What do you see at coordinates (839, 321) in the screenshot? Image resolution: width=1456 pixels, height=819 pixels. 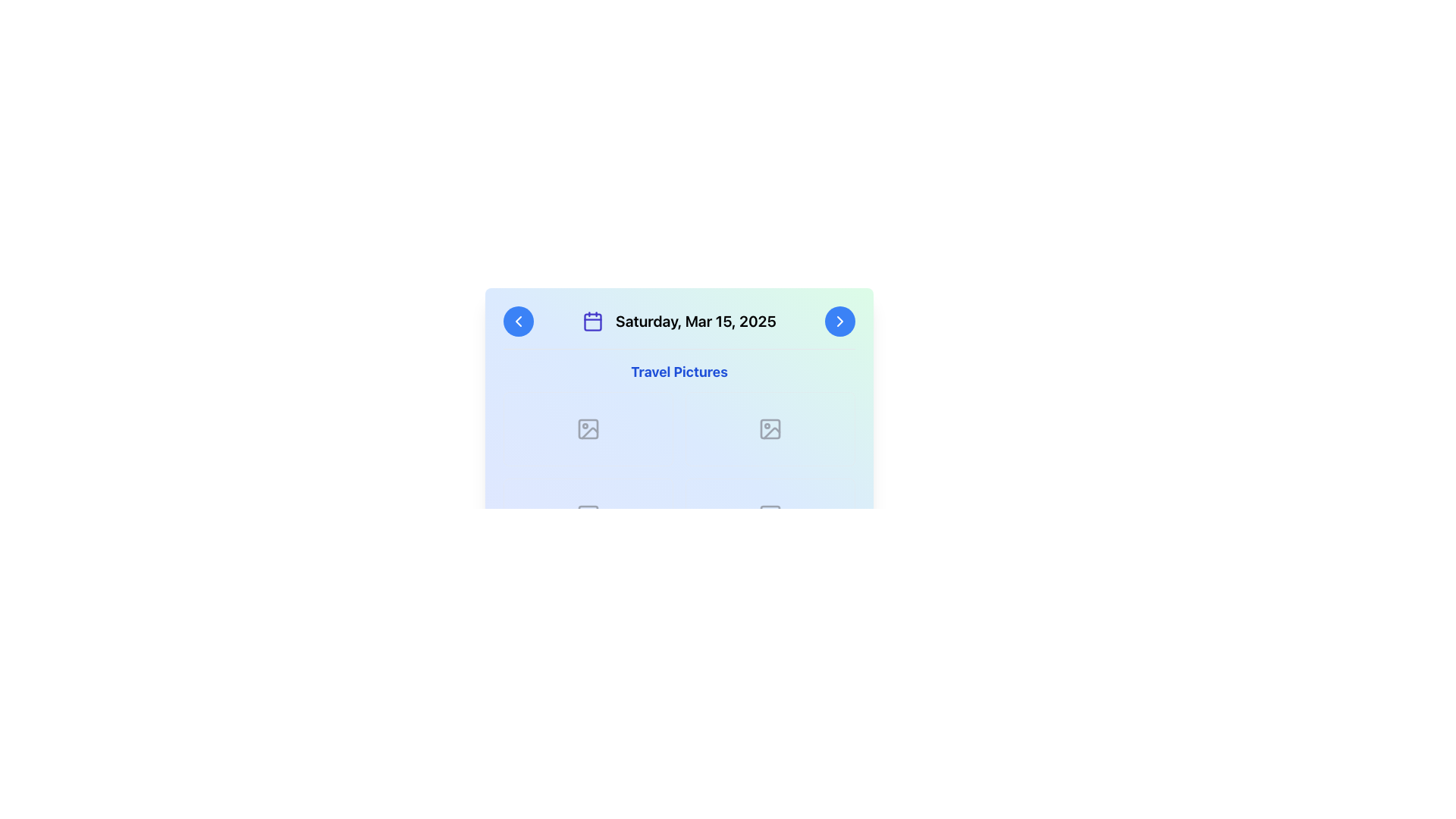 I see `the rightward-pointing chevron icon located in the top-right corner of the interface` at bounding box center [839, 321].